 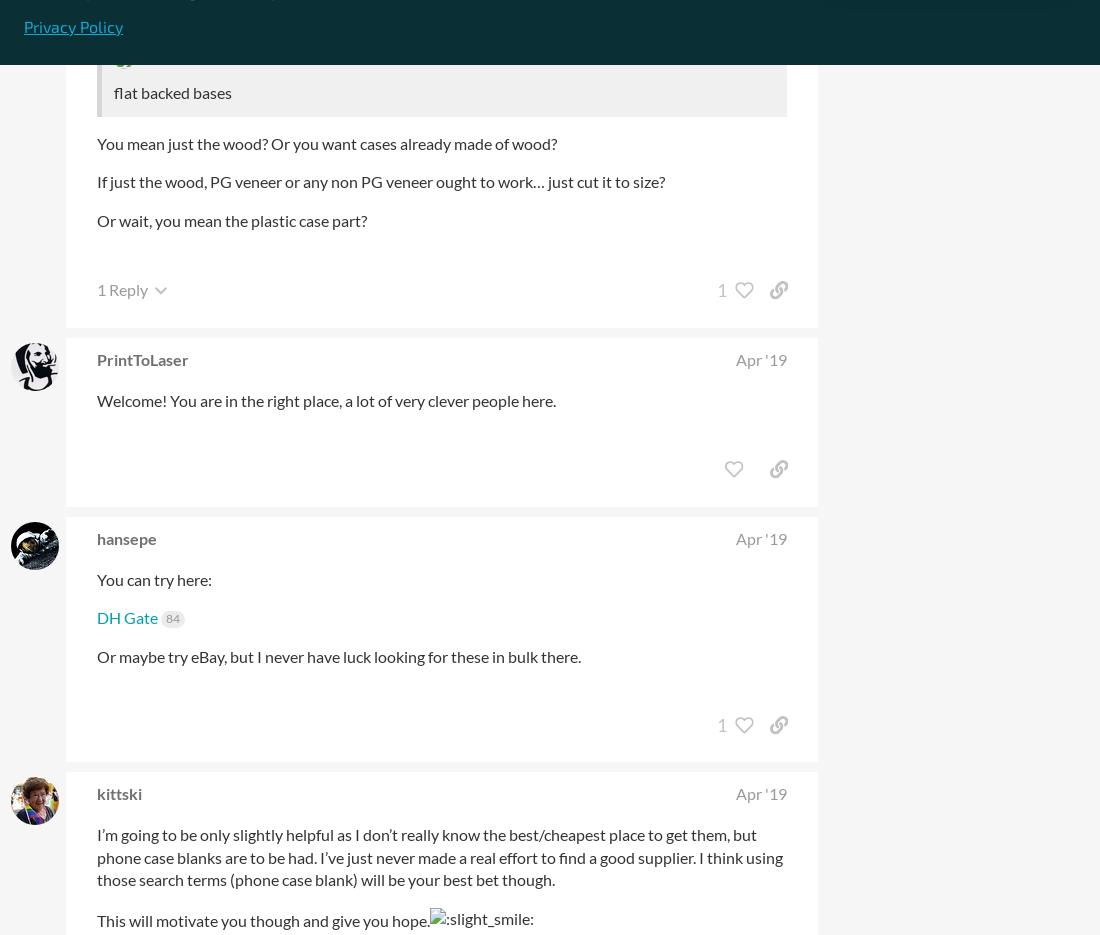 What do you see at coordinates (97, 142) in the screenshot?
I see `'You mean just the wood?  Or you want cases already made of wood?'` at bounding box center [97, 142].